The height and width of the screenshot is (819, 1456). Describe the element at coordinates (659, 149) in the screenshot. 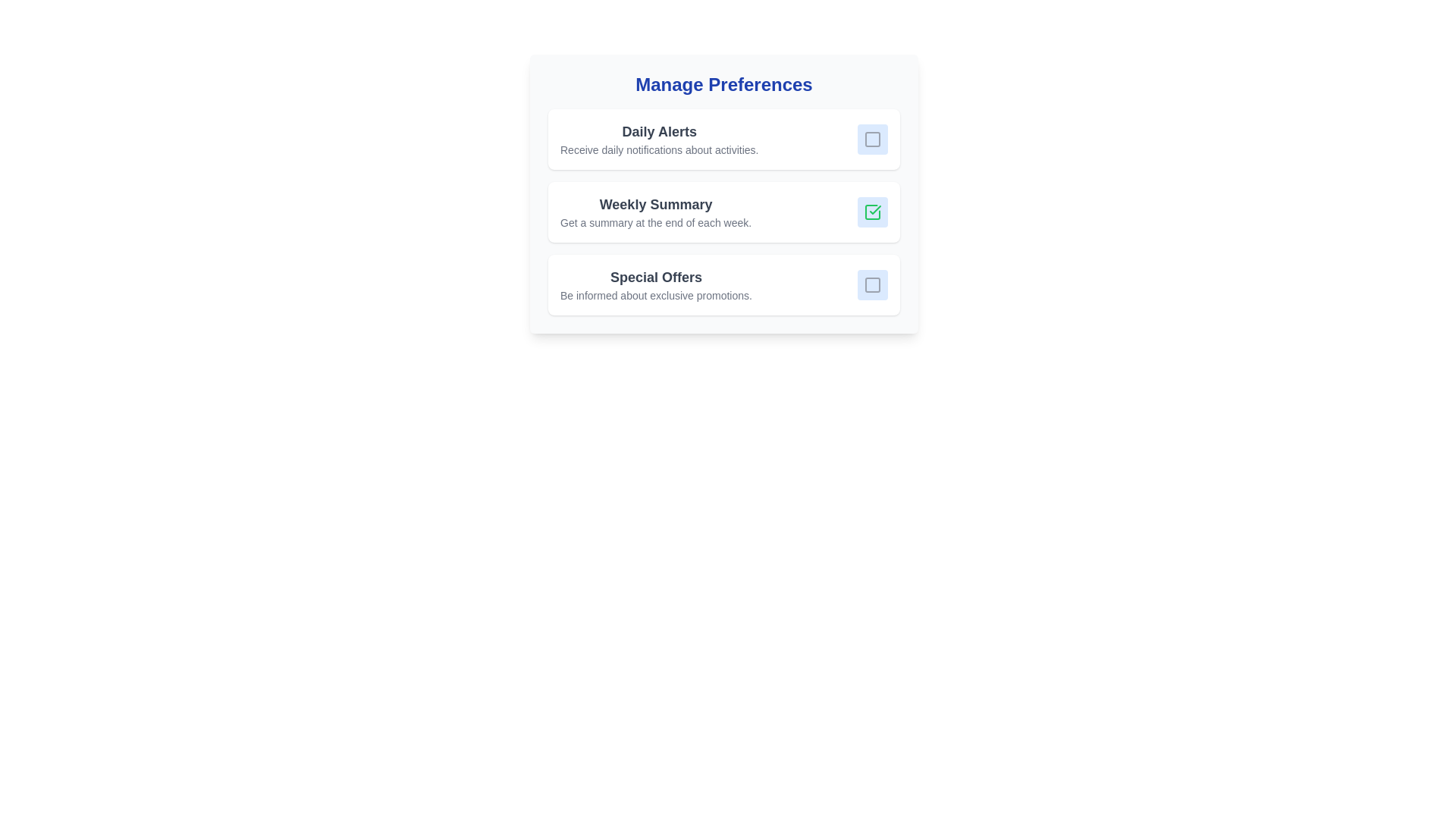

I see `descriptive text element that contains the text 'Receive daily notifications about activities.' positioned beneath the header 'Daily Alerts' in the 'Manage Preferences' section` at that location.